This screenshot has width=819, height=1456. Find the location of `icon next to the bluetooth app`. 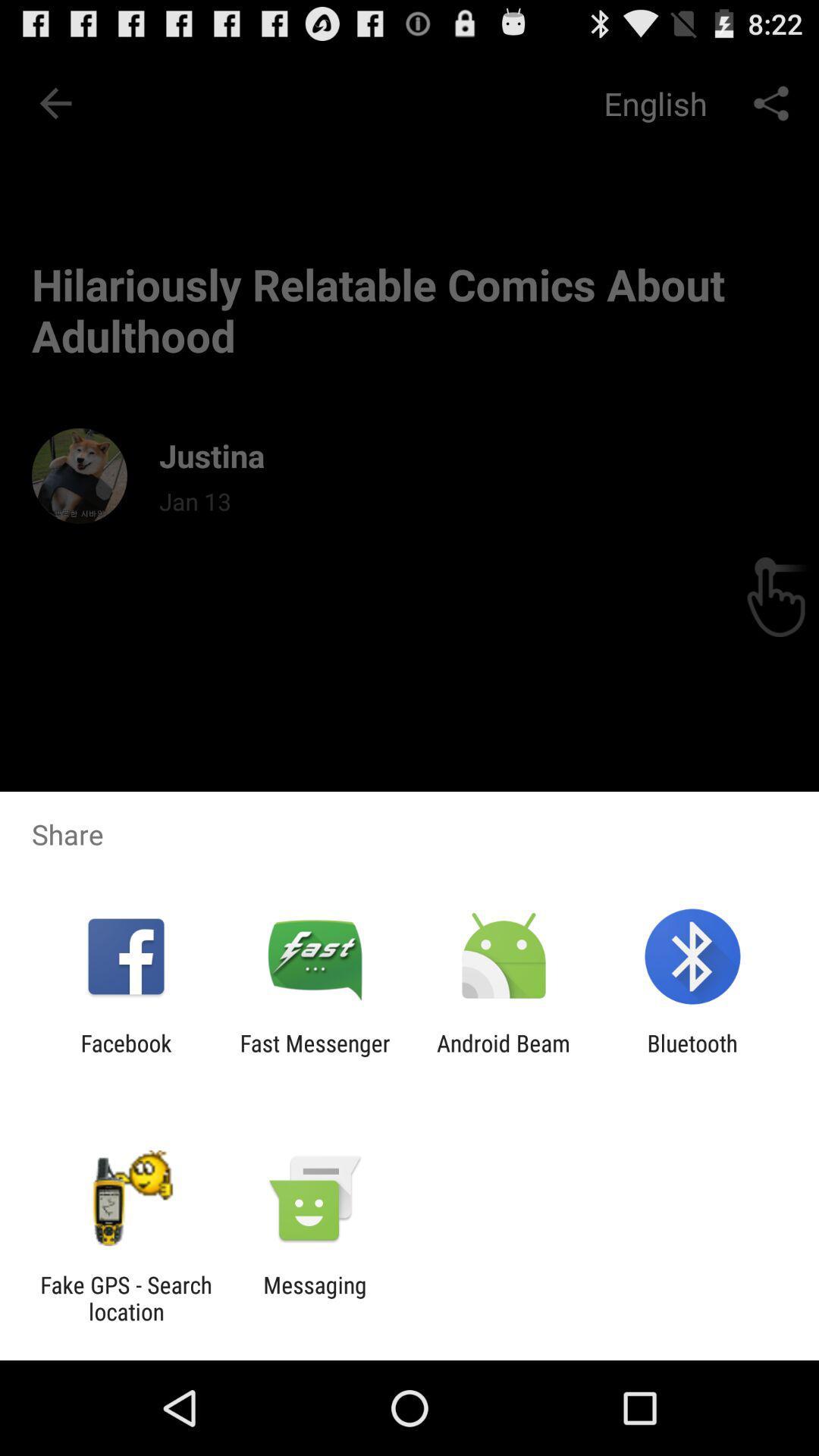

icon next to the bluetooth app is located at coordinates (504, 1056).